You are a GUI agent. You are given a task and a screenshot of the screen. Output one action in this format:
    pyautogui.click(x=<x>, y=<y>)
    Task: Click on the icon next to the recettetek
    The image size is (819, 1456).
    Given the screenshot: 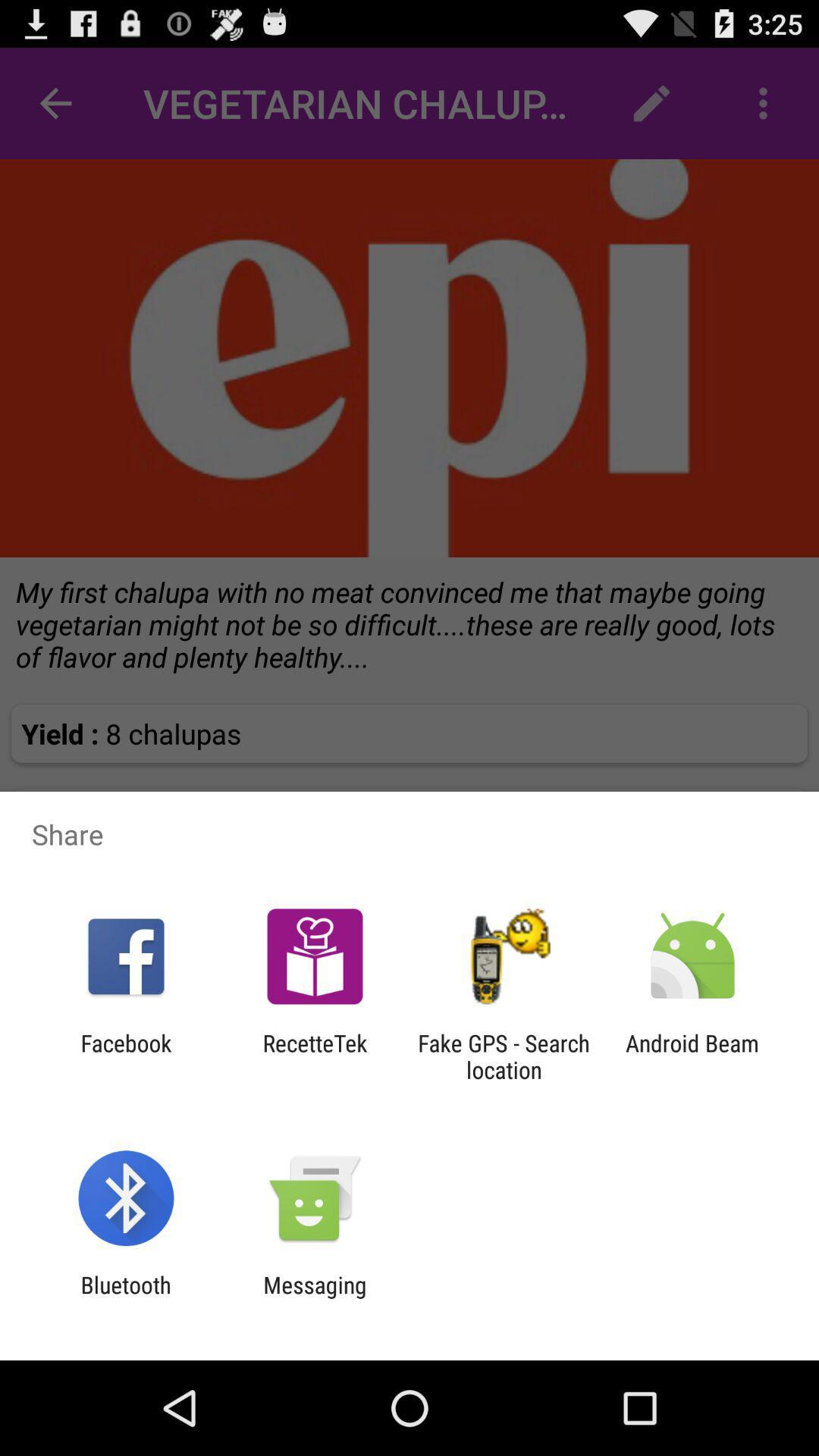 What is the action you would take?
    pyautogui.click(x=125, y=1056)
    